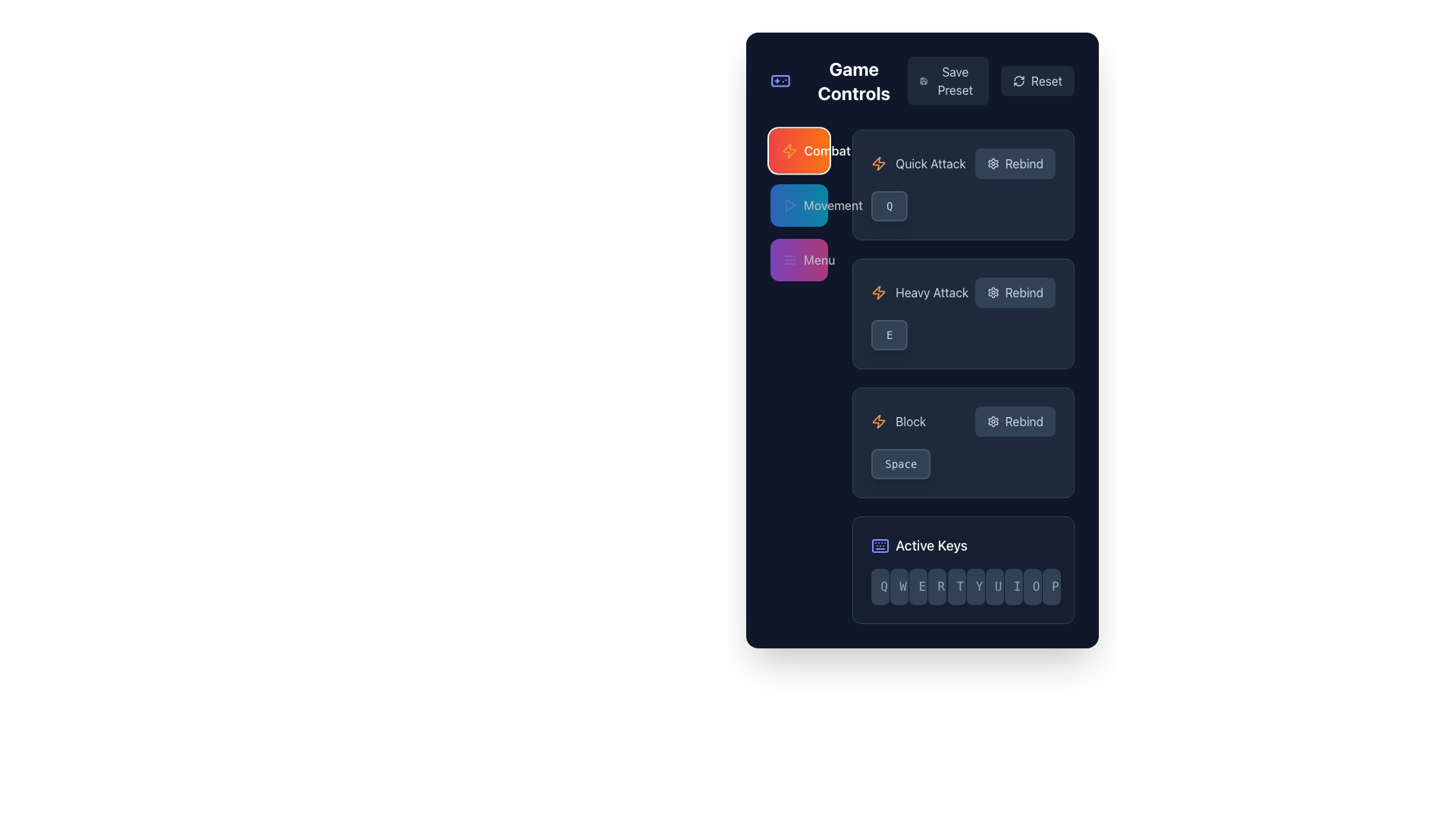 The width and height of the screenshot is (1456, 819). What do you see at coordinates (962, 546) in the screenshot?
I see `the 'Active Keys' label, which features a keyboard icon in light indigo and is styled with a clean white font on a dark slate background` at bounding box center [962, 546].